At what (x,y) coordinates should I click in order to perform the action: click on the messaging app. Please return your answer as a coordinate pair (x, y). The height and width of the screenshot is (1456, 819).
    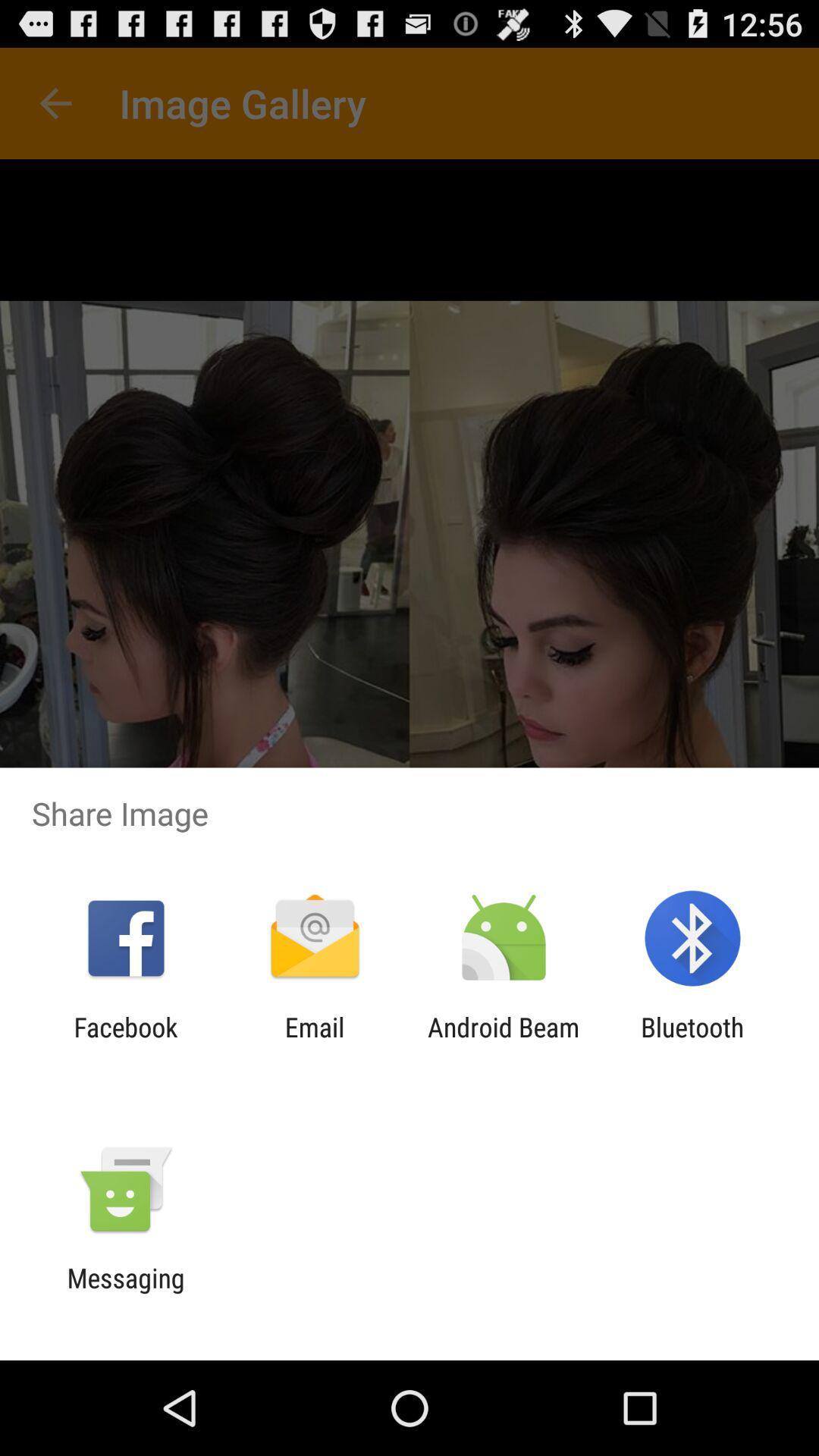
    Looking at the image, I should click on (125, 1293).